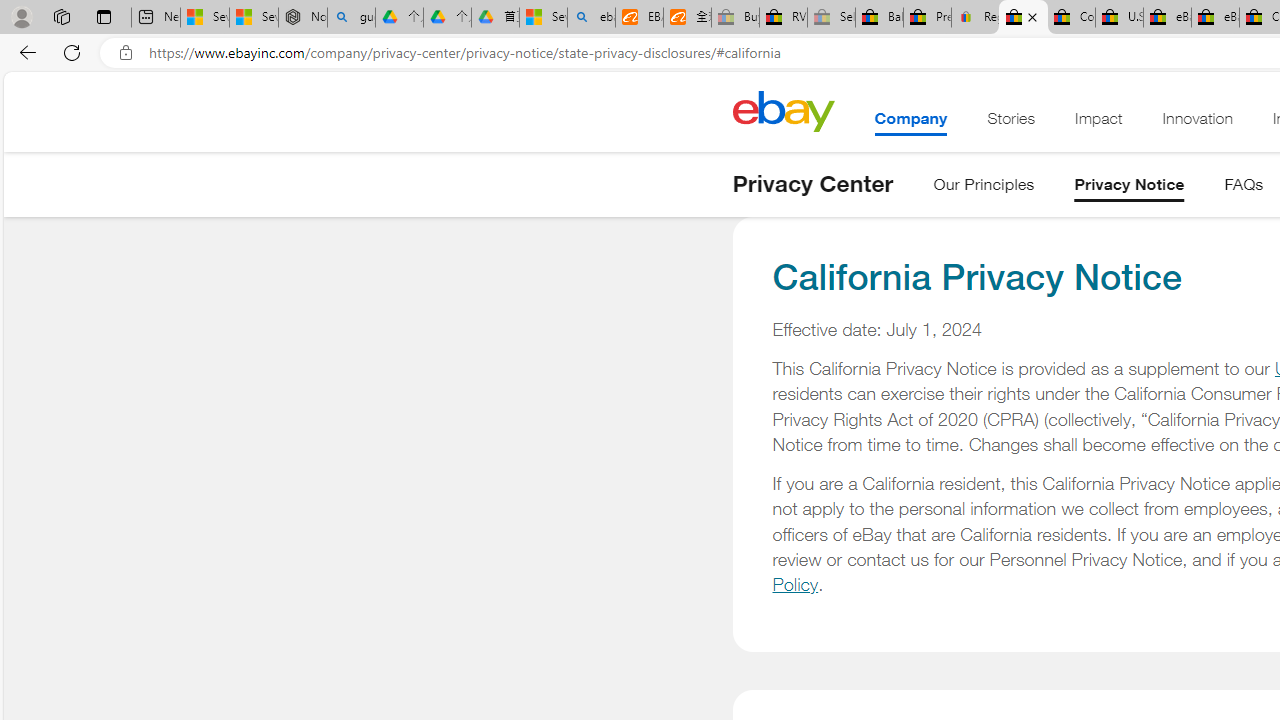  I want to click on 'eBay Inc. Reports Third Quarter 2023 Results', so click(1214, 17).